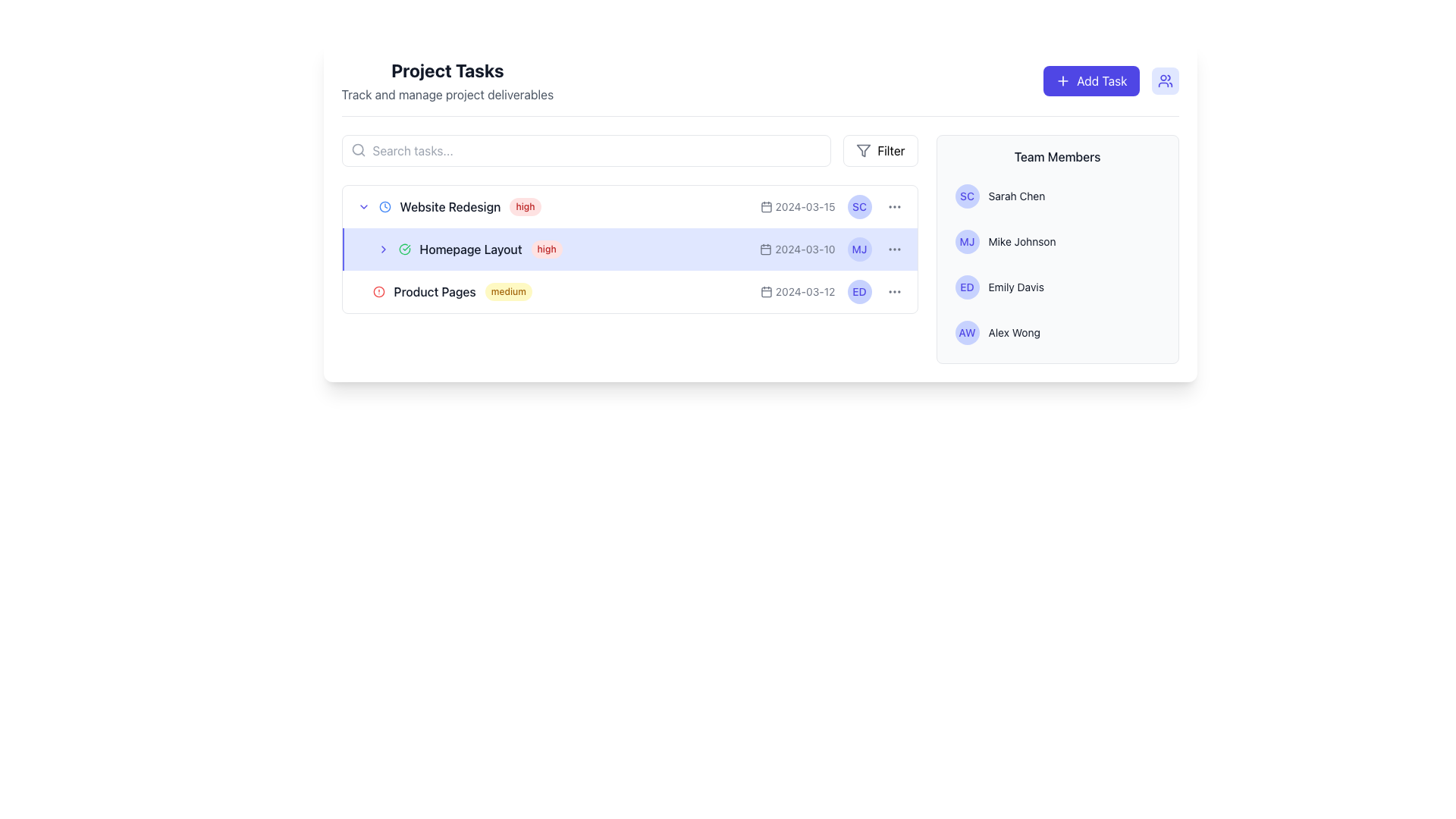  What do you see at coordinates (362, 207) in the screenshot?
I see `the downward-facing chevron icon with a rounded blue background located at the top-left corner of the 'Website Redesign' row in the 'Project Tasks' list` at bounding box center [362, 207].